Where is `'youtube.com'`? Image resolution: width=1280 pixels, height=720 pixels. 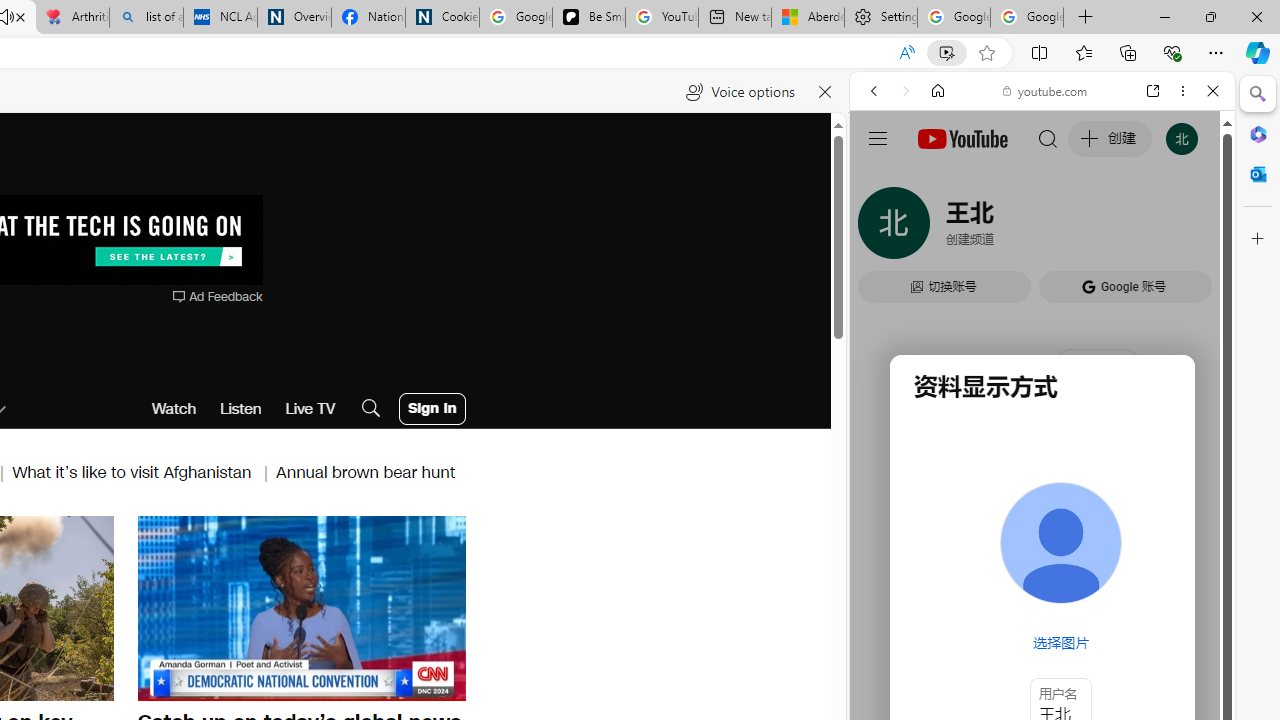 'youtube.com' is located at coordinates (1045, 91).